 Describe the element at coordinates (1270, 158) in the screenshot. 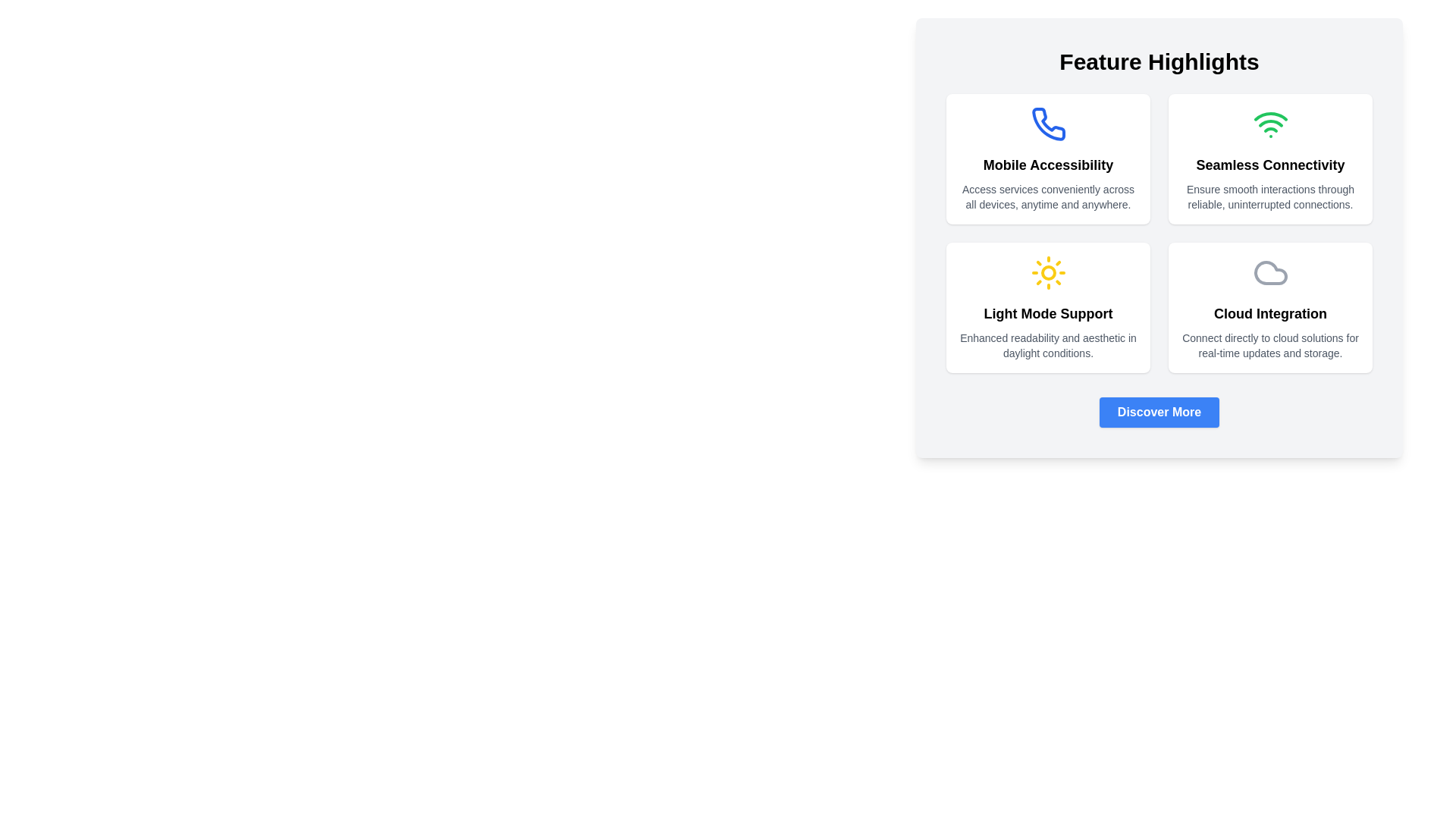

I see `the Feature card titled 'Seamless Connectivity' which is the second card in the grid layout, located directly to the right of the 'Mobile Accessibility' card` at that location.